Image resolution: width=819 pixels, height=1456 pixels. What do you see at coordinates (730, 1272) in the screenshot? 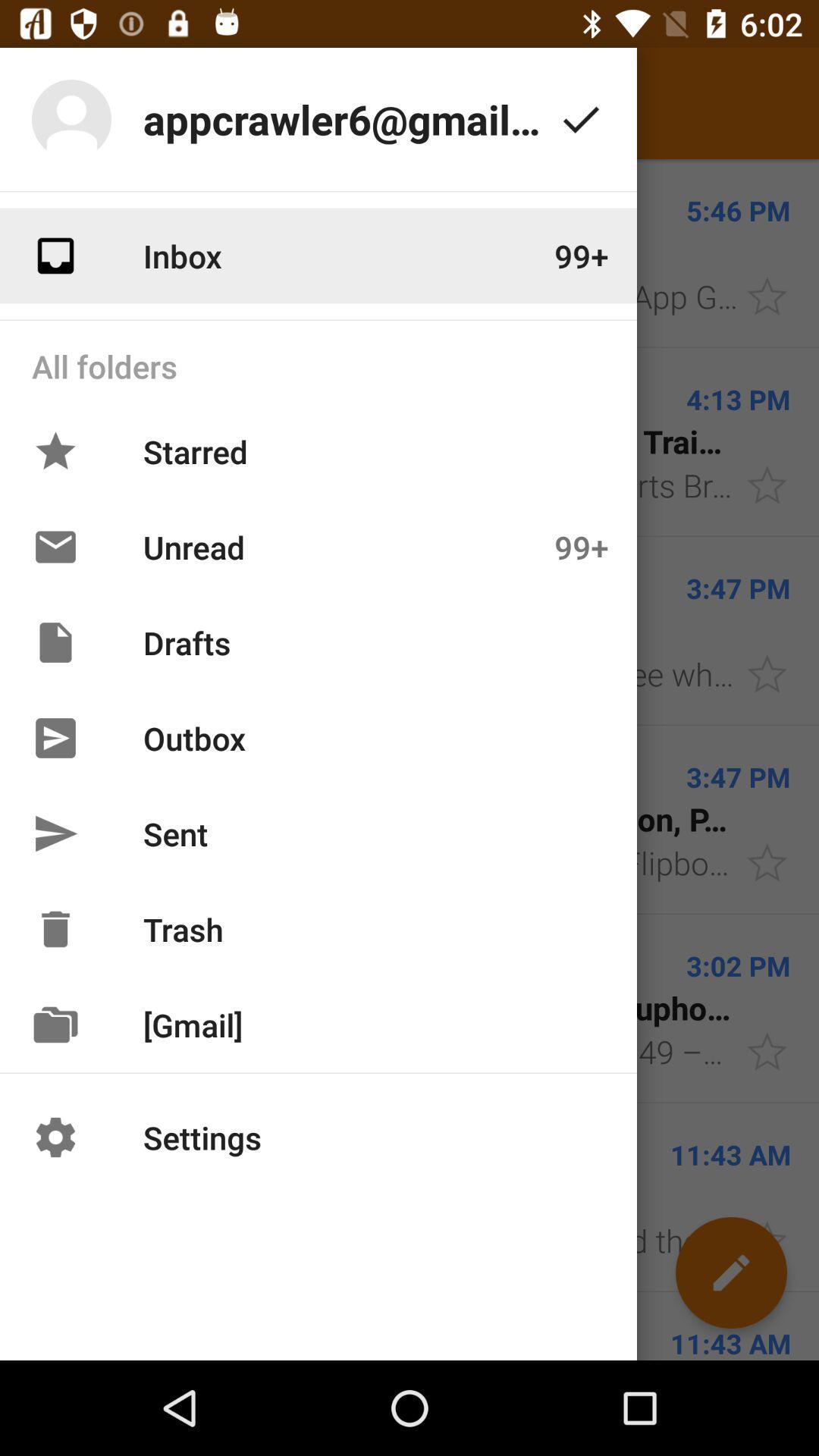
I see `the edit icon` at bounding box center [730, 1272].